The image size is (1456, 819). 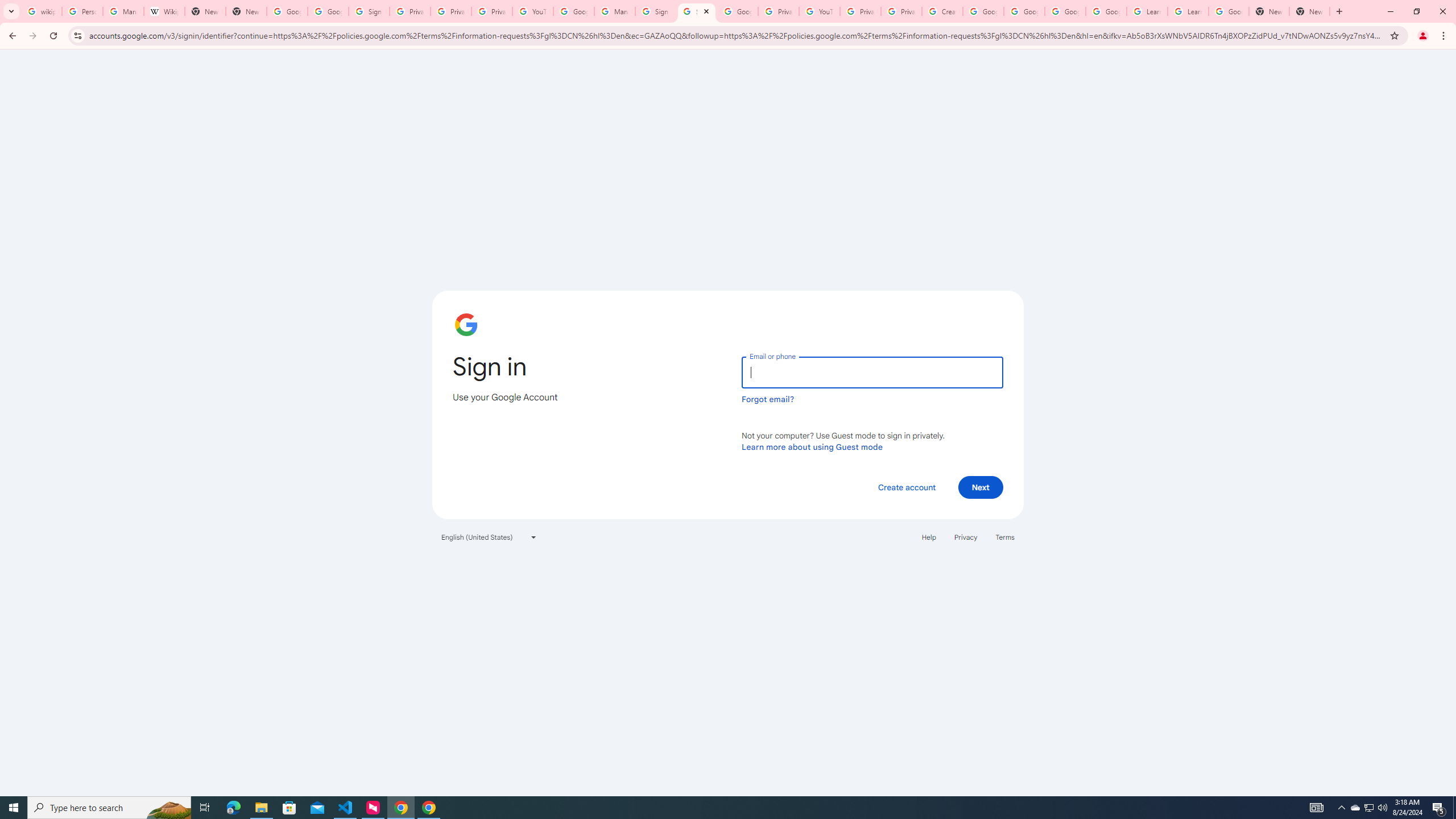 I want to click on 'Google Account', so click(x=1228, y=11).